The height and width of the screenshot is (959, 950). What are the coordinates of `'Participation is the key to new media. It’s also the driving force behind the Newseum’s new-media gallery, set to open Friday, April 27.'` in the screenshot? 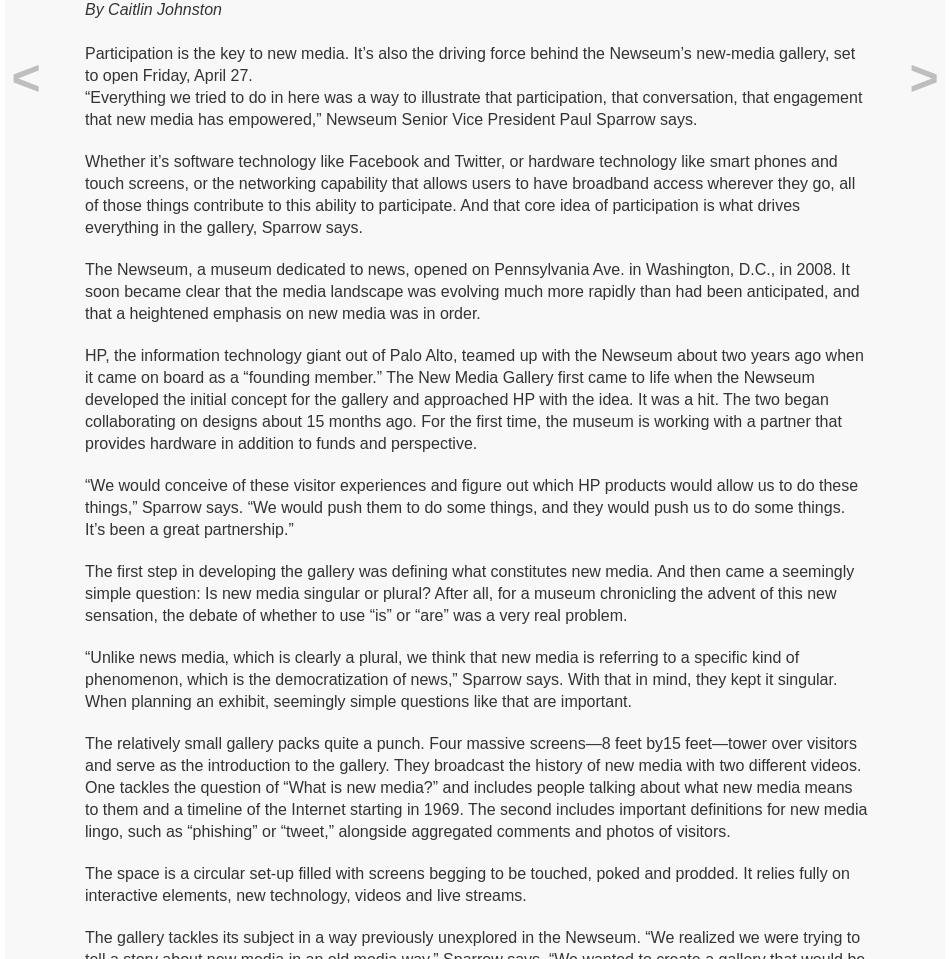 It's located at (468, 62).